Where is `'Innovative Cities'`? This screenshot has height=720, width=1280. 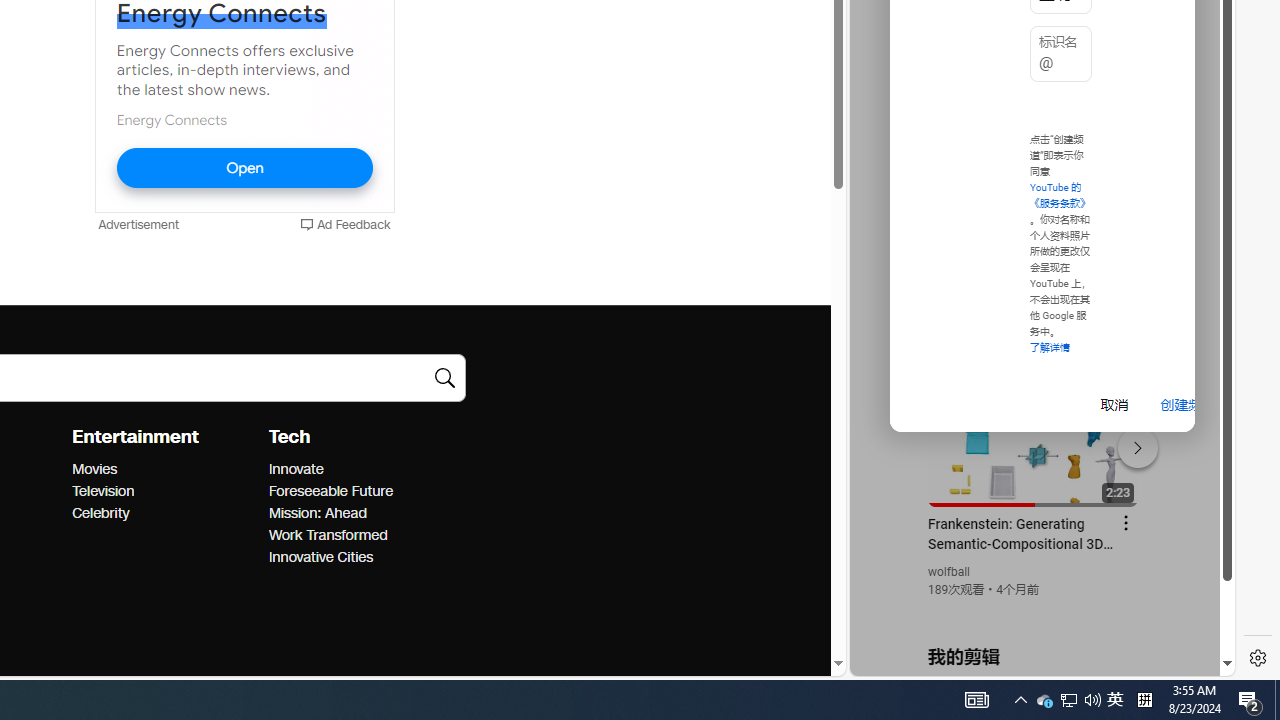
'Innovative Cities' is located at coordinates (360, 558).